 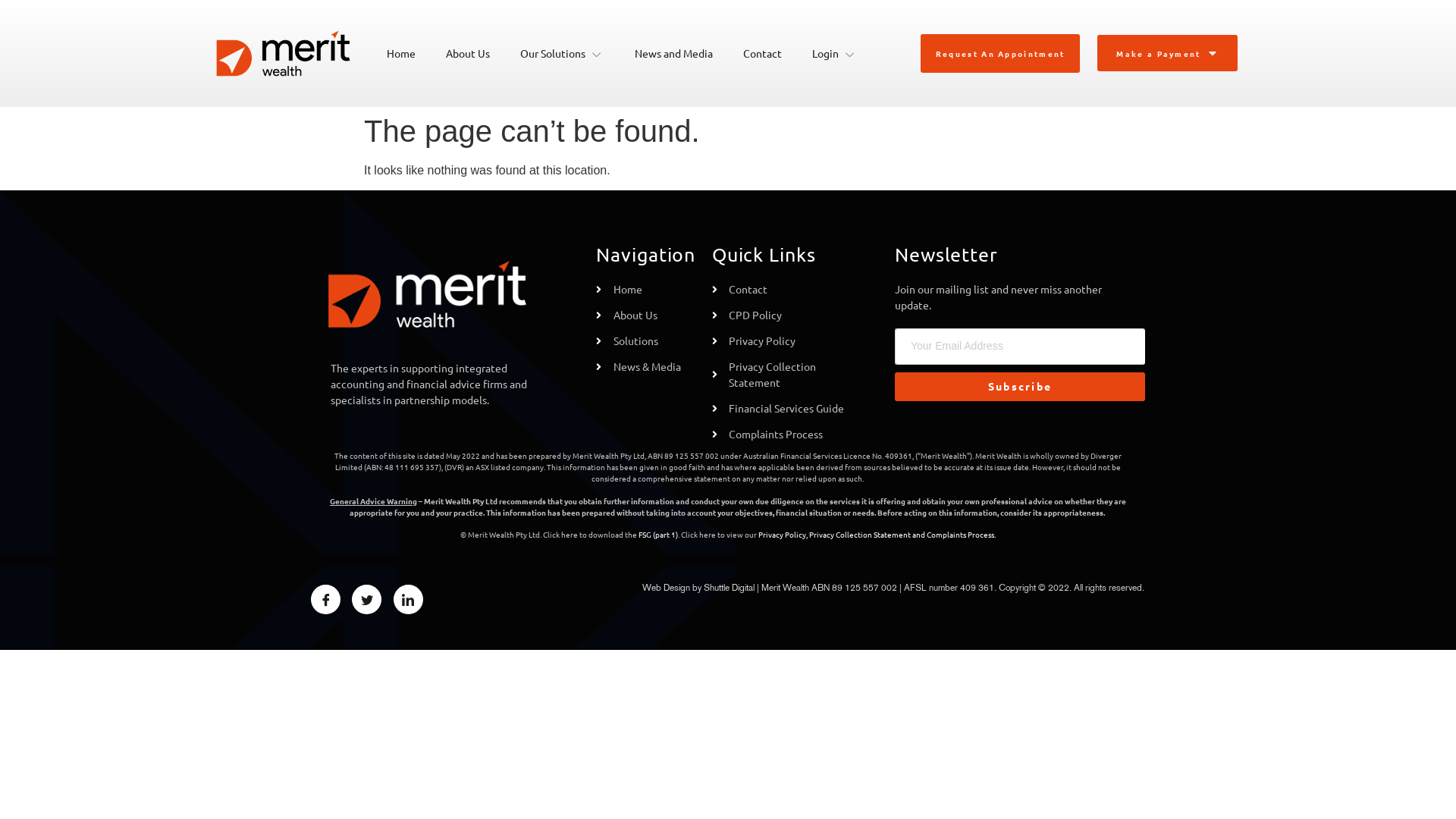 I want to click on 'Privacy Policy', so click(x=784, y=340).